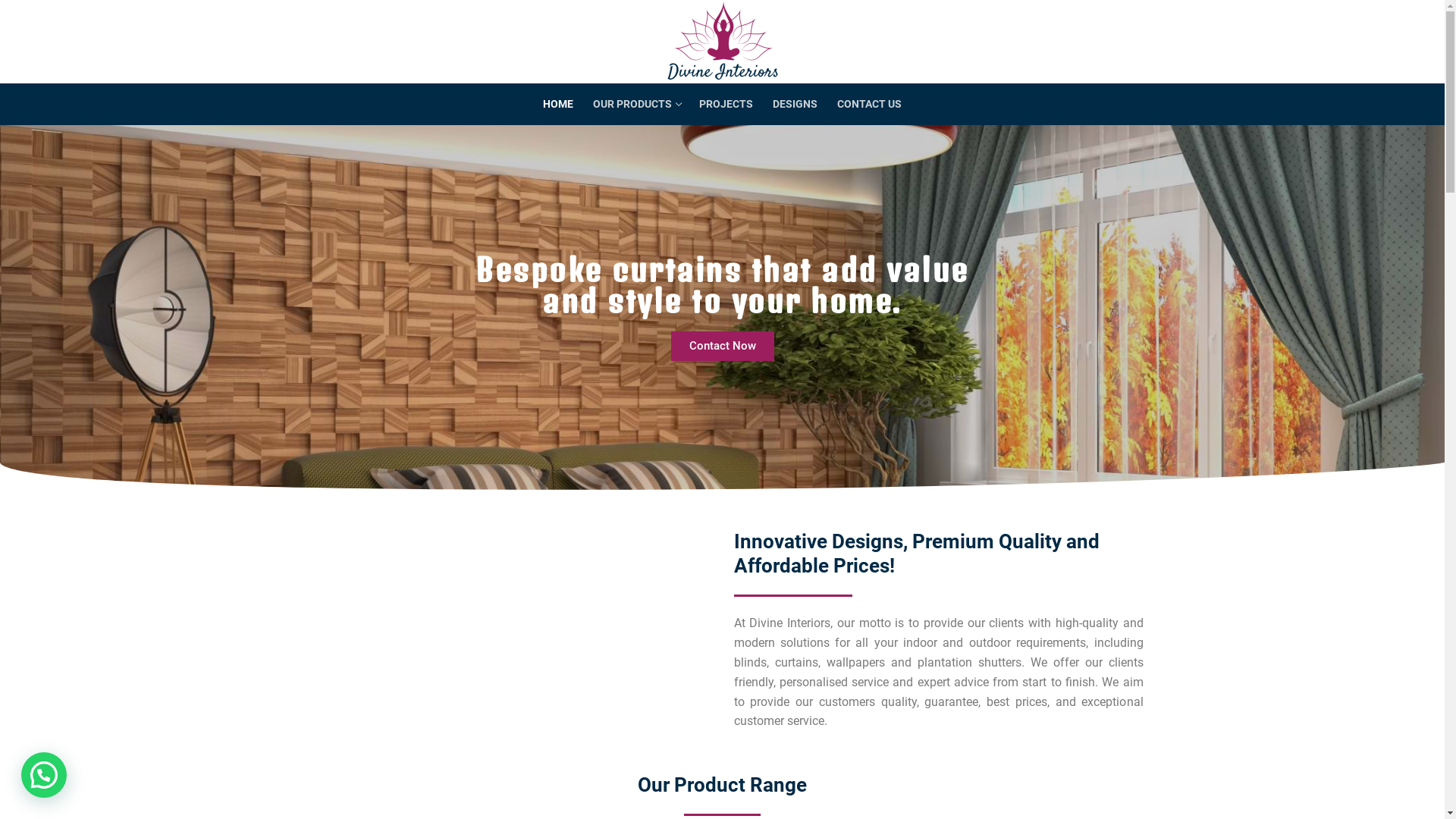 Image resolution: width=1456 pixels, height=819 pixels. What do you see at coordinates (869, 104) in the screenshot?
I see `'CONTACT US'` at bounding box center [869, 104].